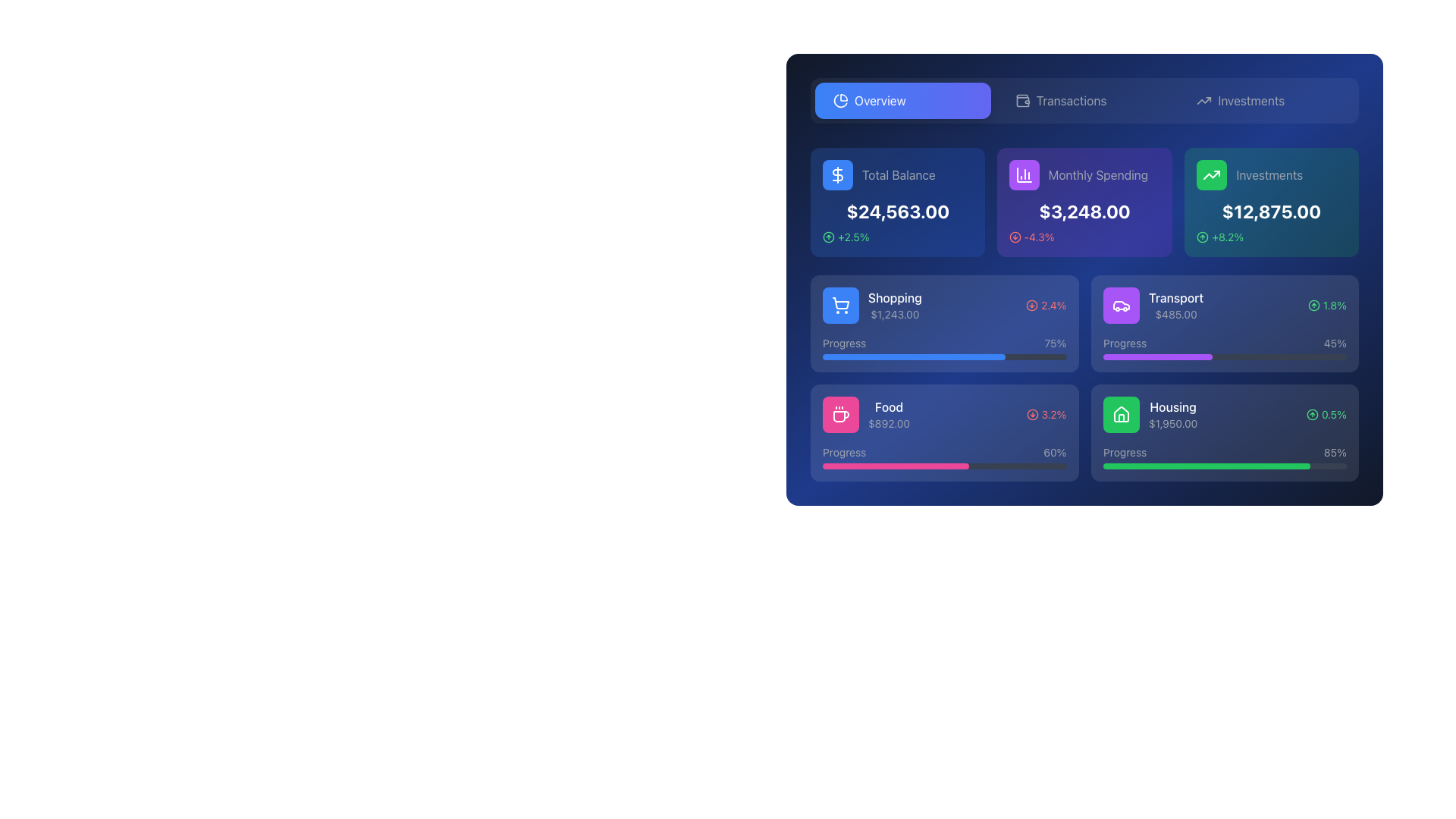  I want to click on the text label indicating investment-related information, located in the top right corner of the card, above the investment value and percentage, and to the right of the green square with an arrow symbol, so click(1271, 174).